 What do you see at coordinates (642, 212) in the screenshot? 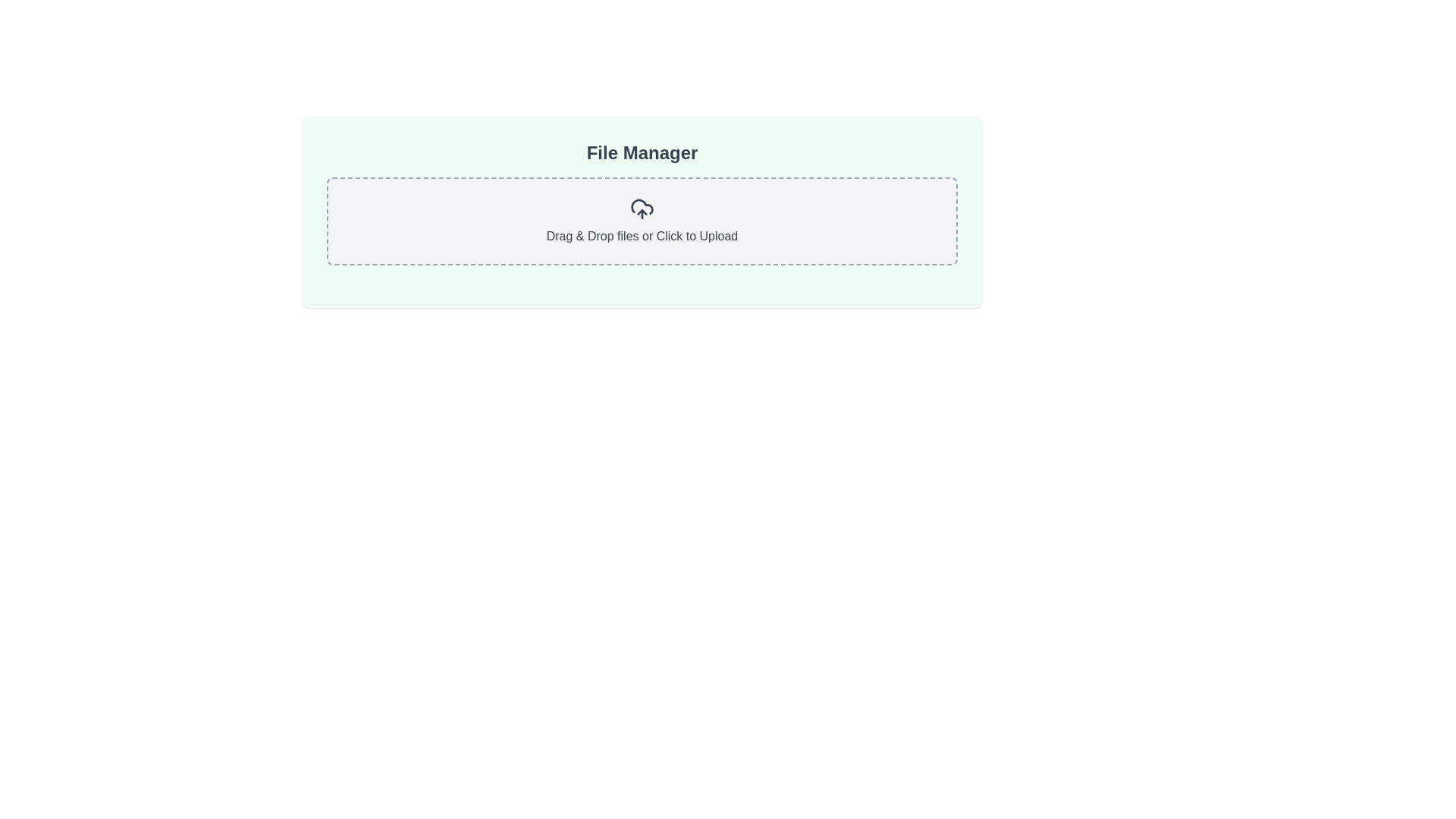
I see `the drag-and-drop file upload interface located at the center of the interface` at bounding box center [642, 212].